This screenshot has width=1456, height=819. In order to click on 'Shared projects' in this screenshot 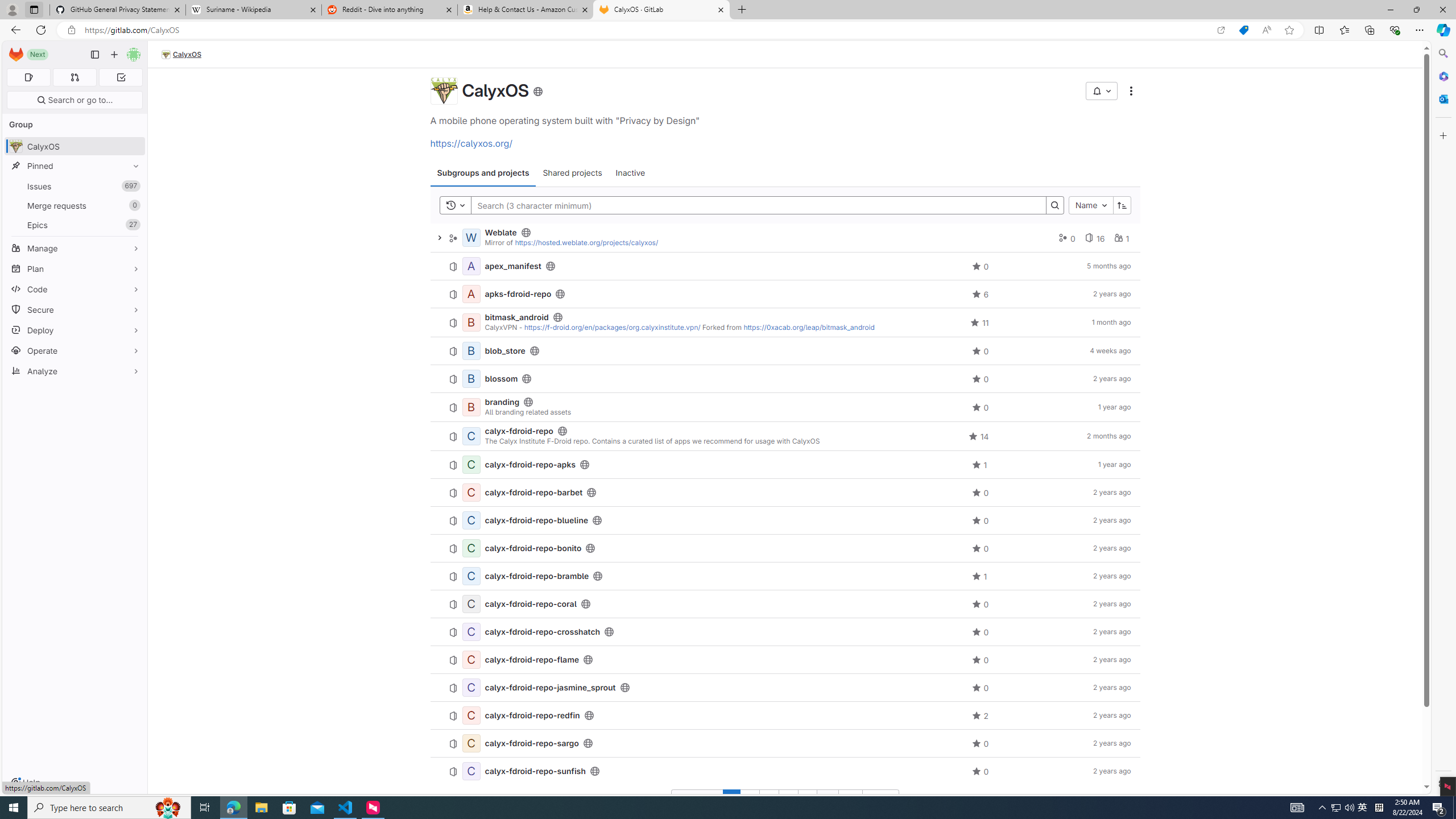, I will do `click(572, 172)`.